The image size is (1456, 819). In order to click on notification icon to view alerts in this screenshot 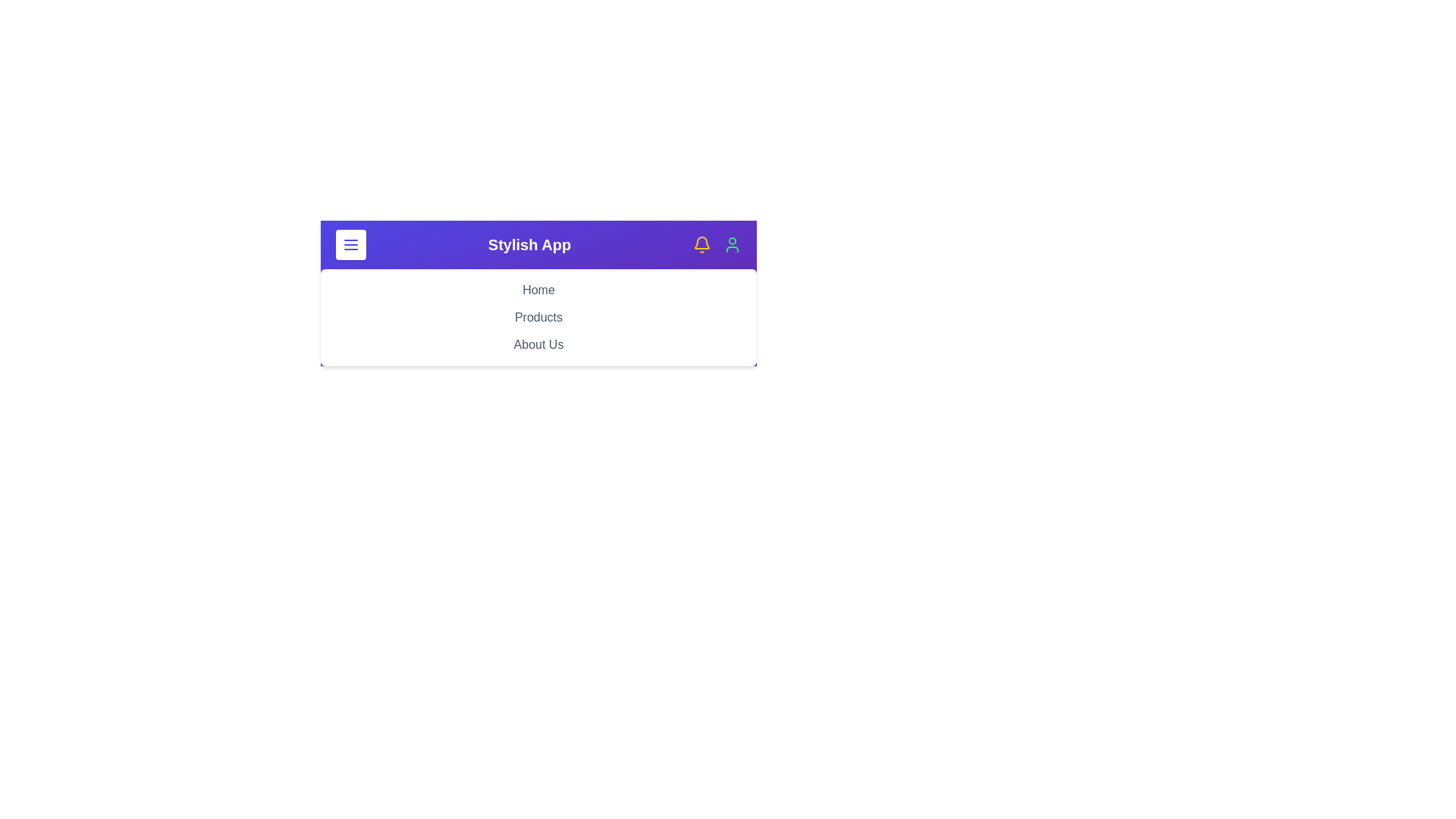, I will do `click(701, 244)`.